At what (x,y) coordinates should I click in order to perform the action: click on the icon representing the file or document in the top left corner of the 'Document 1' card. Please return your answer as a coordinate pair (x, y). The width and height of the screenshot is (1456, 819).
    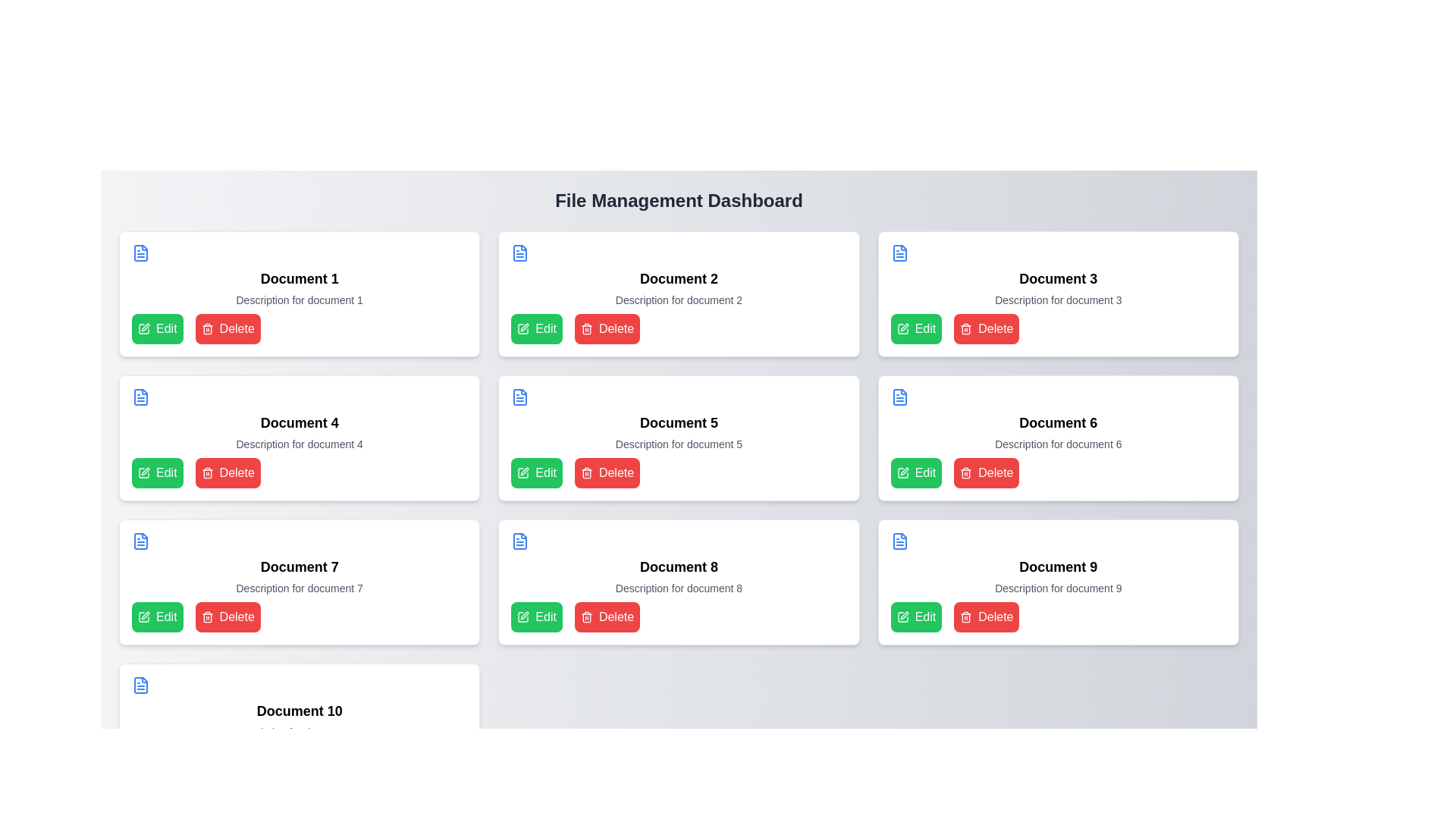
    Looking at the image, I should click on (141, 253).